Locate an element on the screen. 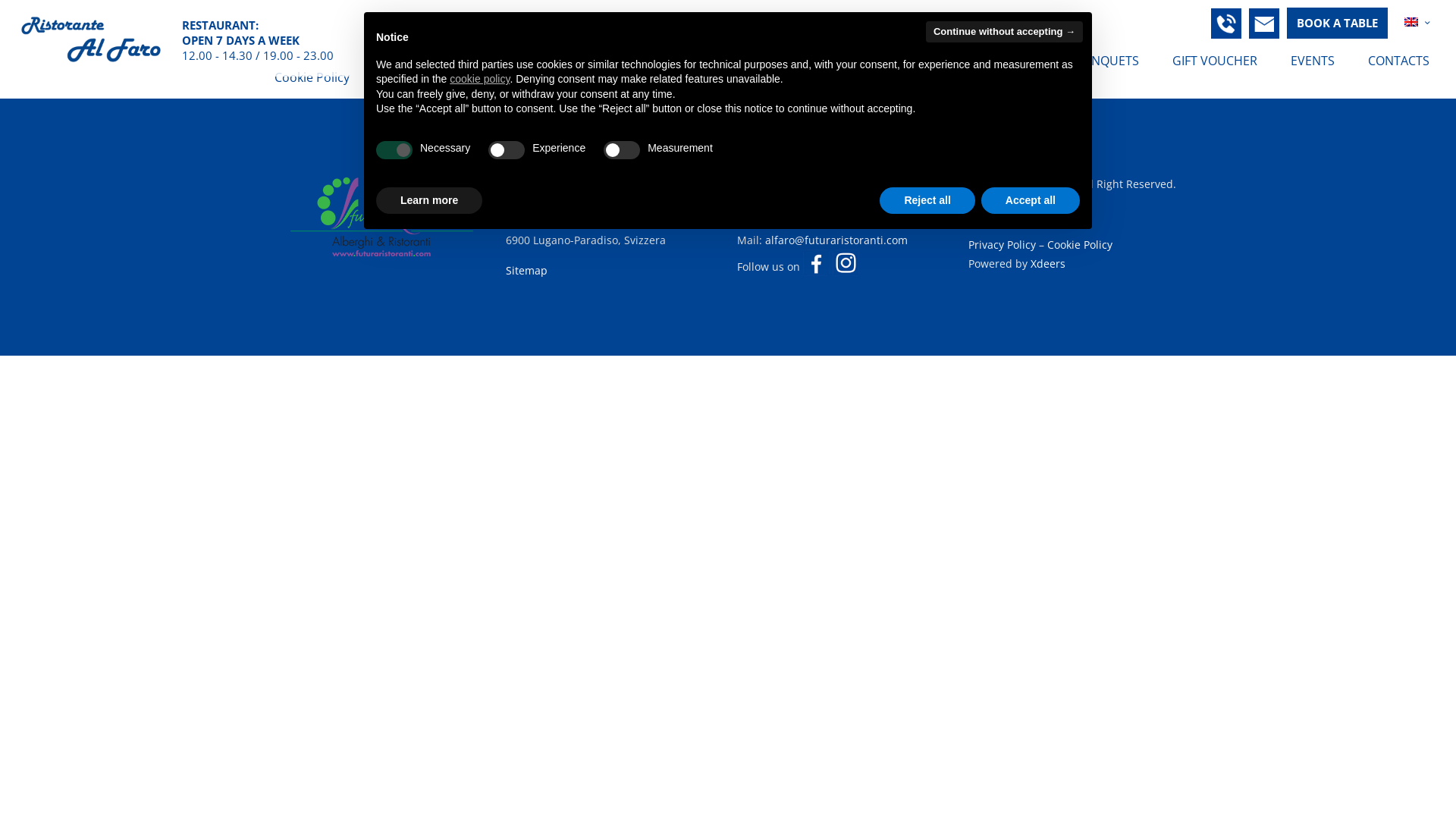 The height and width of the screenshot is (819, 1456). 'BOOK A TABLE' is located at coordinates (1337, 23).